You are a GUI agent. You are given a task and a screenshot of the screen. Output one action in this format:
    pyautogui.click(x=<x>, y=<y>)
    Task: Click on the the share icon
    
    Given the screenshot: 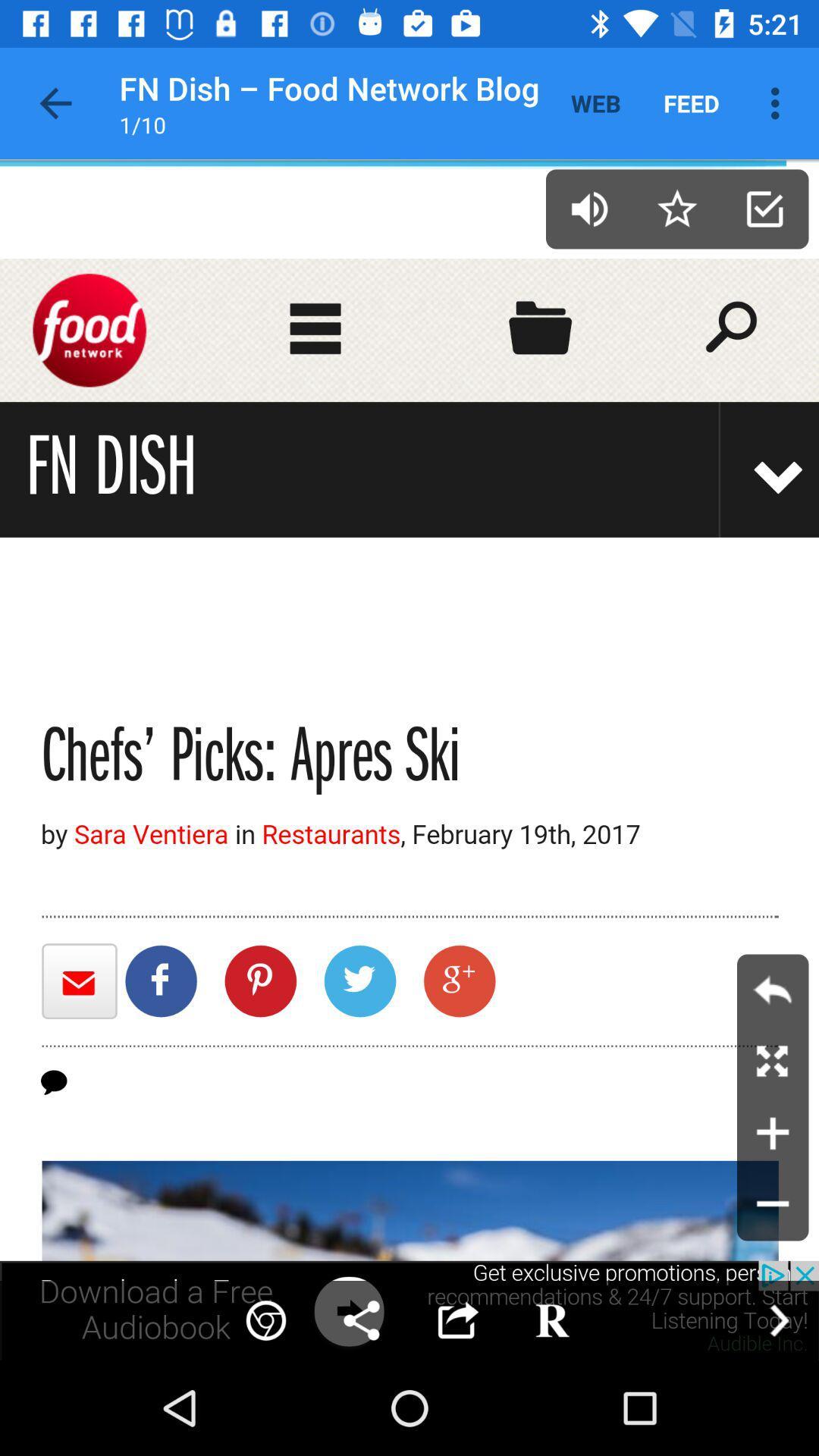 What is the action you would take?
    pyautogui.click(x=362, y=1319)
    